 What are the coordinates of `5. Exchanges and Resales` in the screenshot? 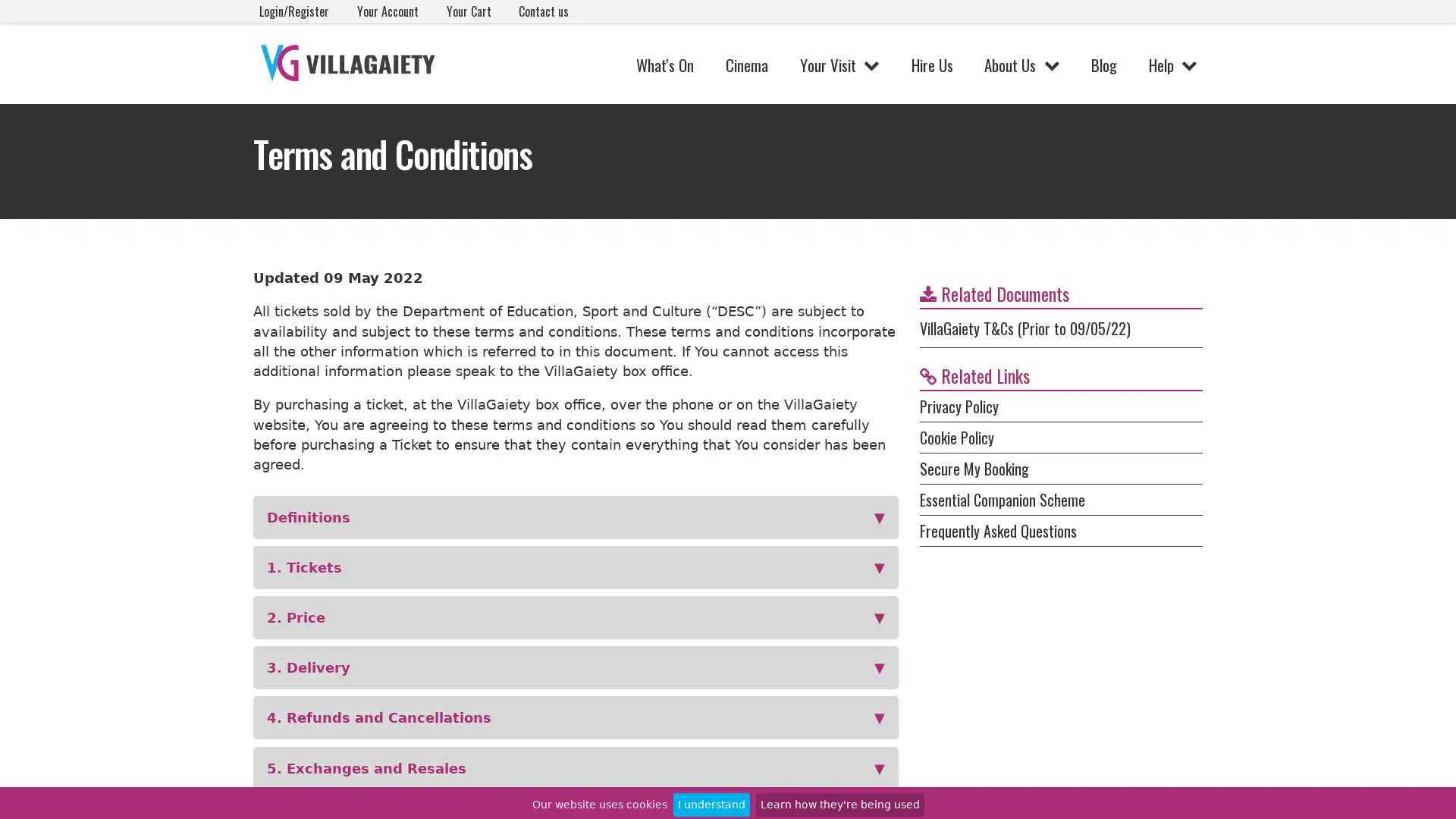 It's located at (575, 767).